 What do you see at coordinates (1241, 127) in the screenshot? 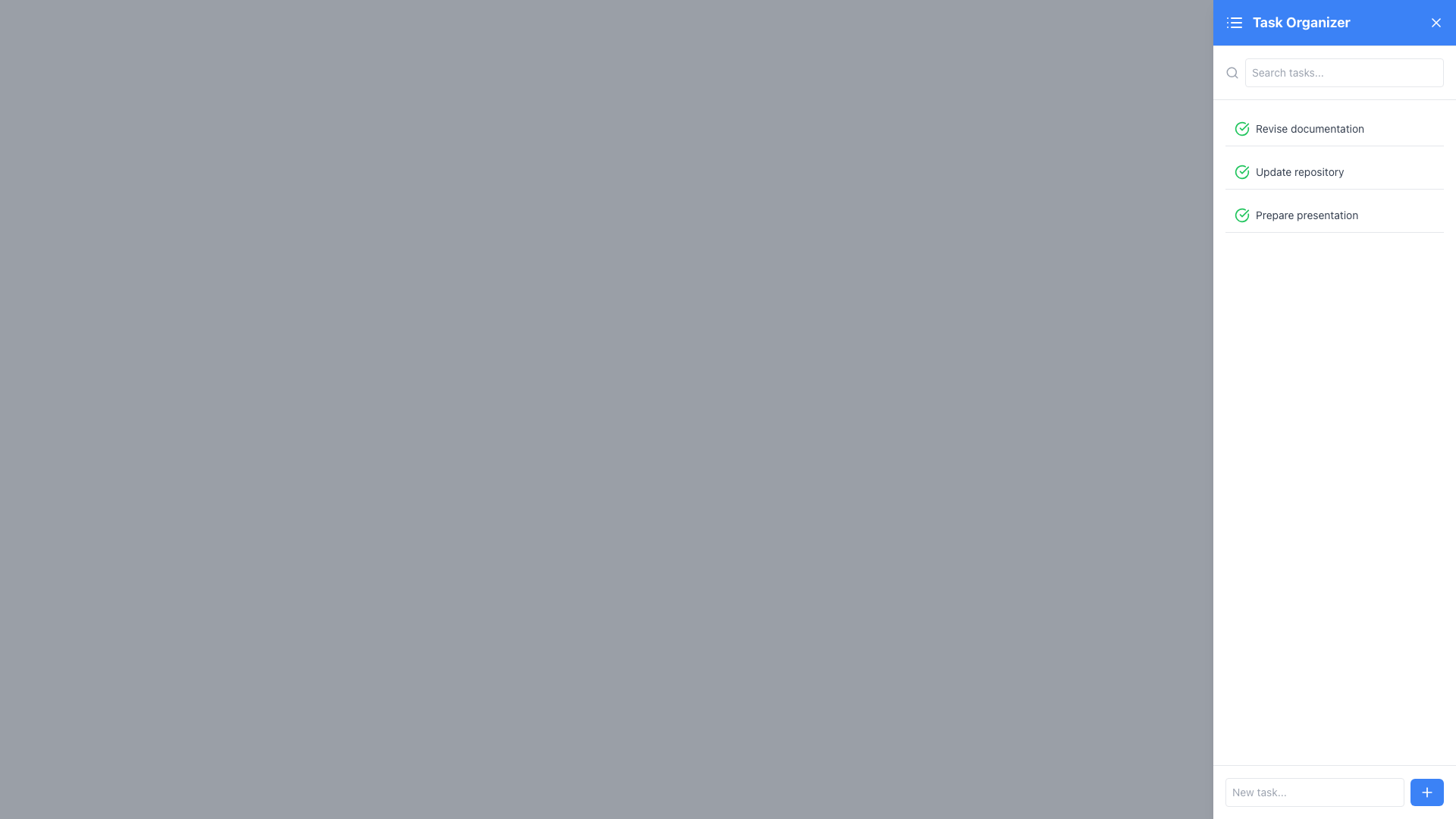
I see `the task completion indicator icon located` at bounding box center [1241, 127].